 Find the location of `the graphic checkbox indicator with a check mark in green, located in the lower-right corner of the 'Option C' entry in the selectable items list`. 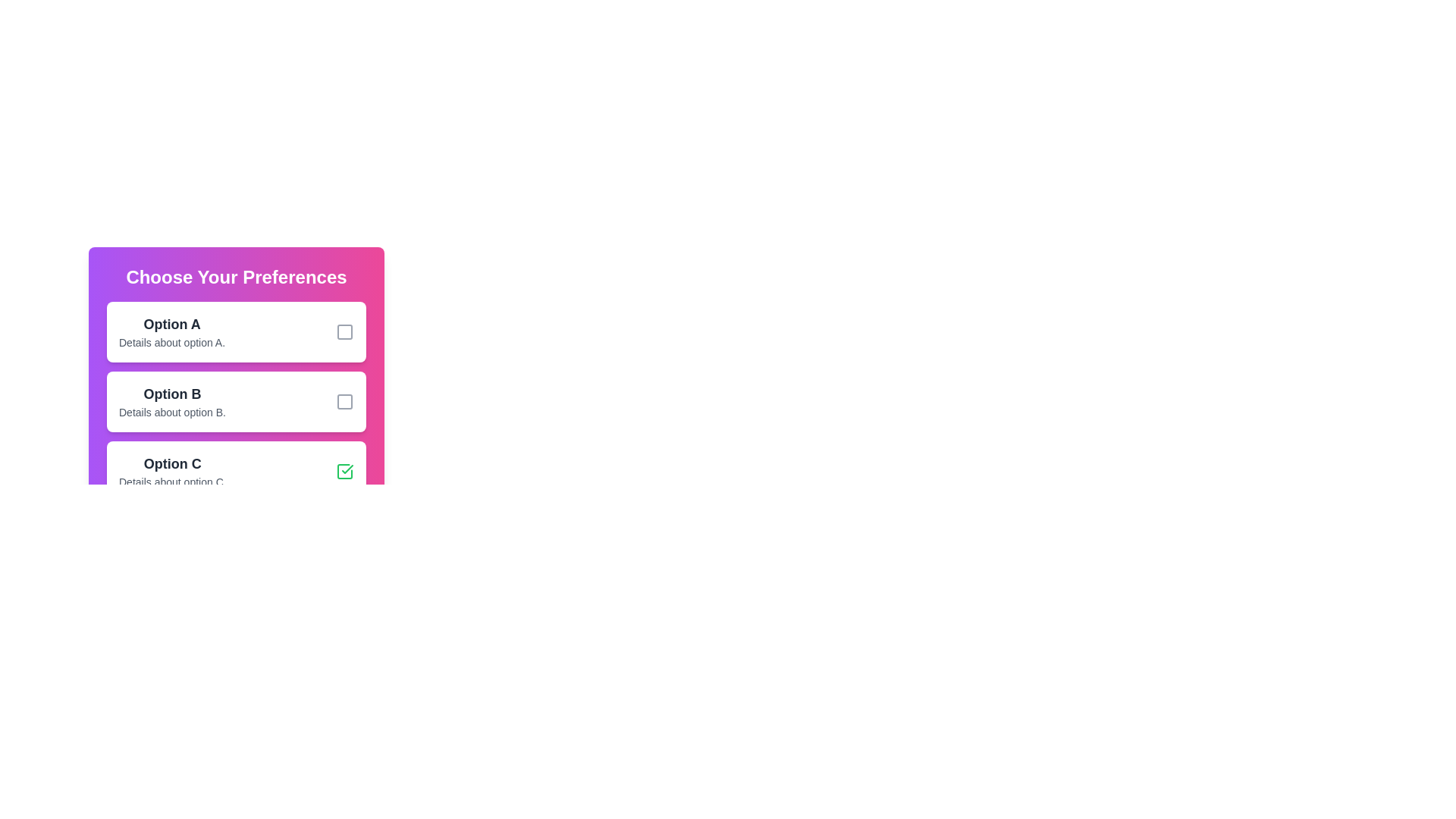

the graphic checkbox indicator with a check mark in green, located in the lower-right corner of the 'Option C' entry in the selectable items list is located at coordinates (344, 470).